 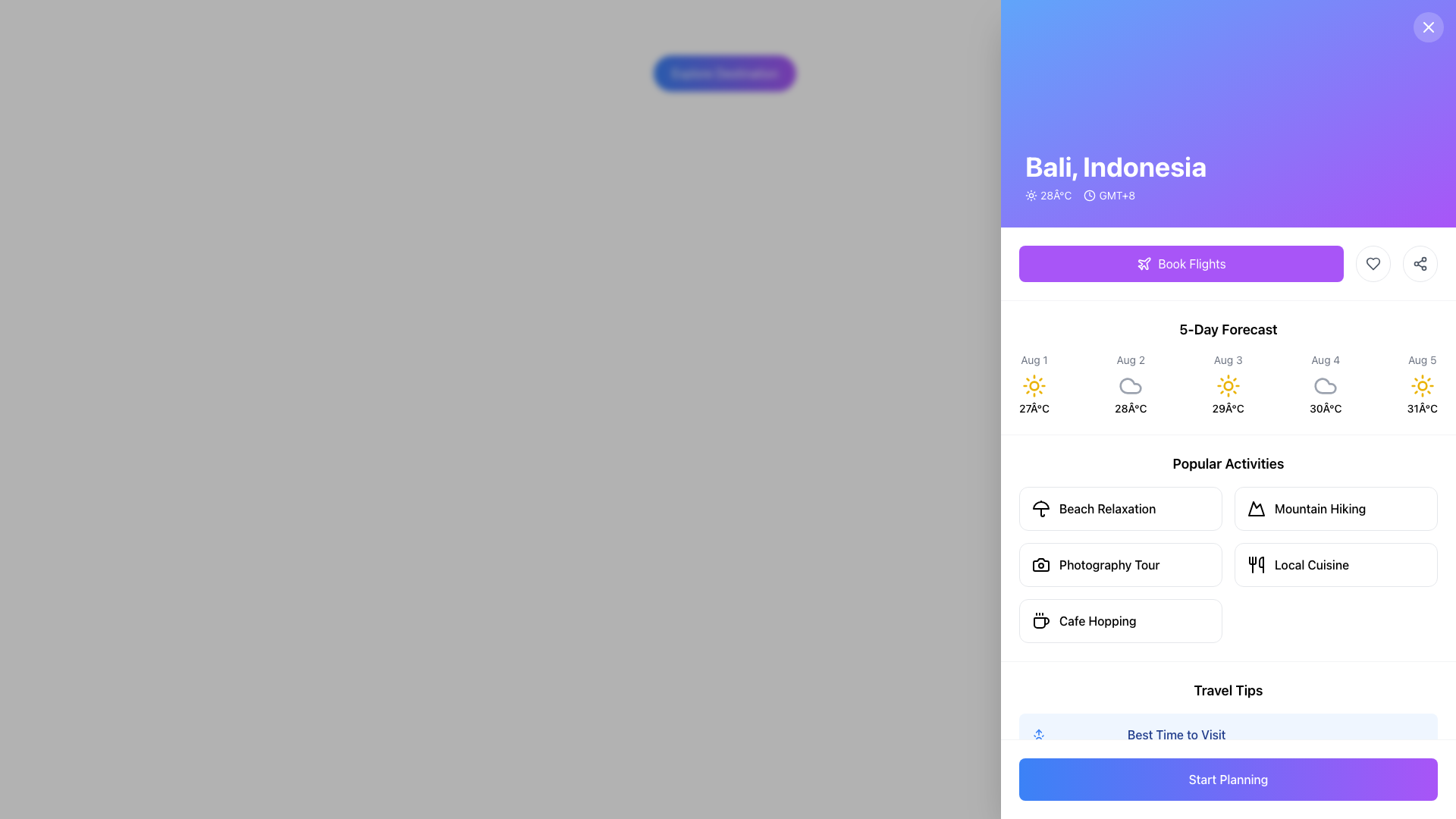 What do you see at coordinates (1172, 803) in the screenshot?
I see `the text label reading 'Local Customs' styled with a medium-weight font and dark purple color, positioned above the subtitle in the 'Travel Tips' section` at bounding box center [1172, 803].